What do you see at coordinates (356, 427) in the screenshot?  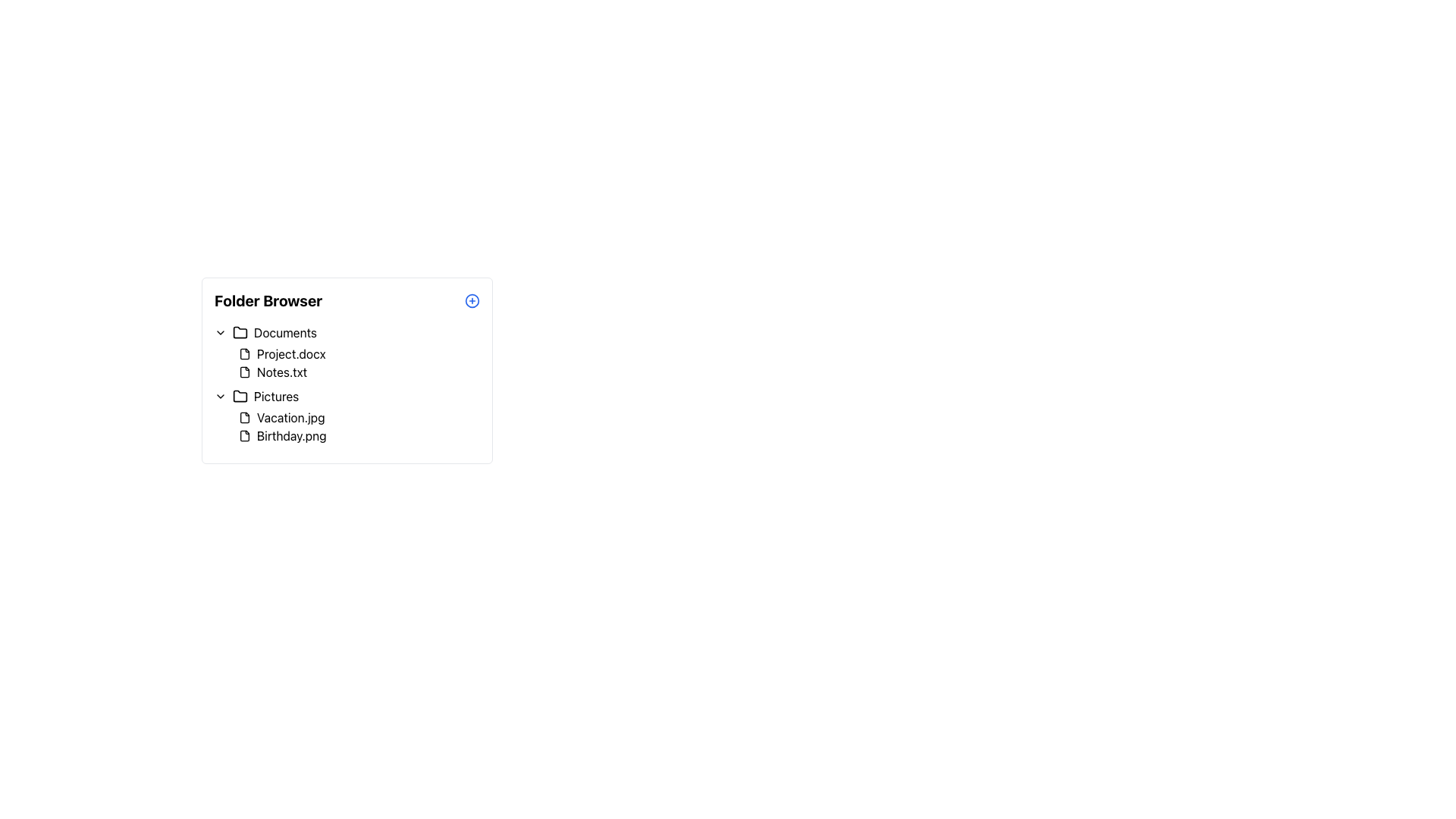 I see `the filenames 'Vacation.jpg' and 'Birthday.png' in the 'Pictures' folder` at bounding box center [356, 427].